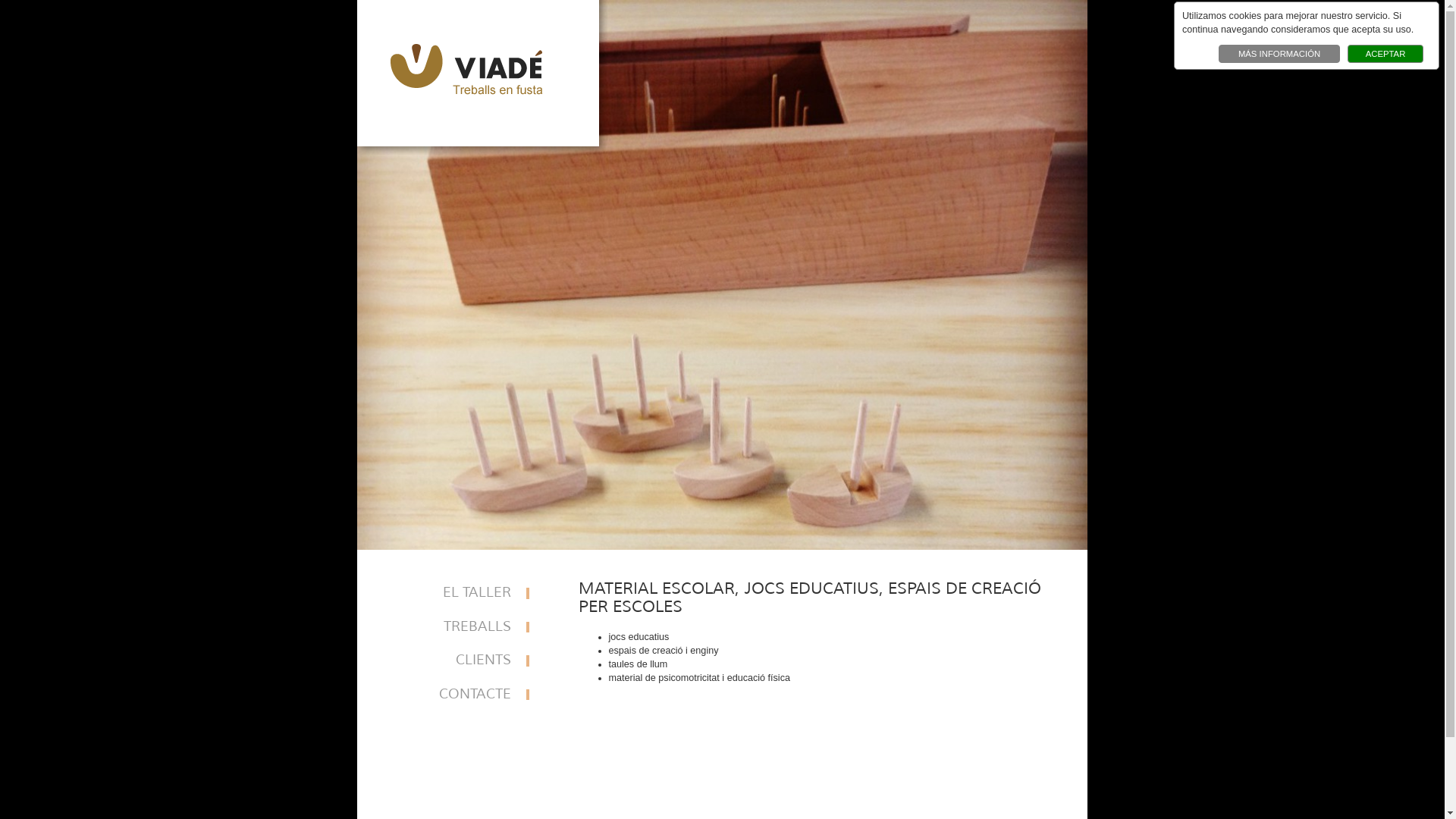 The width and height of the screenshot is (1456, 819). What do you see at coordinates (463, 660) in the screenshot?
I see `'CLIENTS'` at bounding box center [463, 660].